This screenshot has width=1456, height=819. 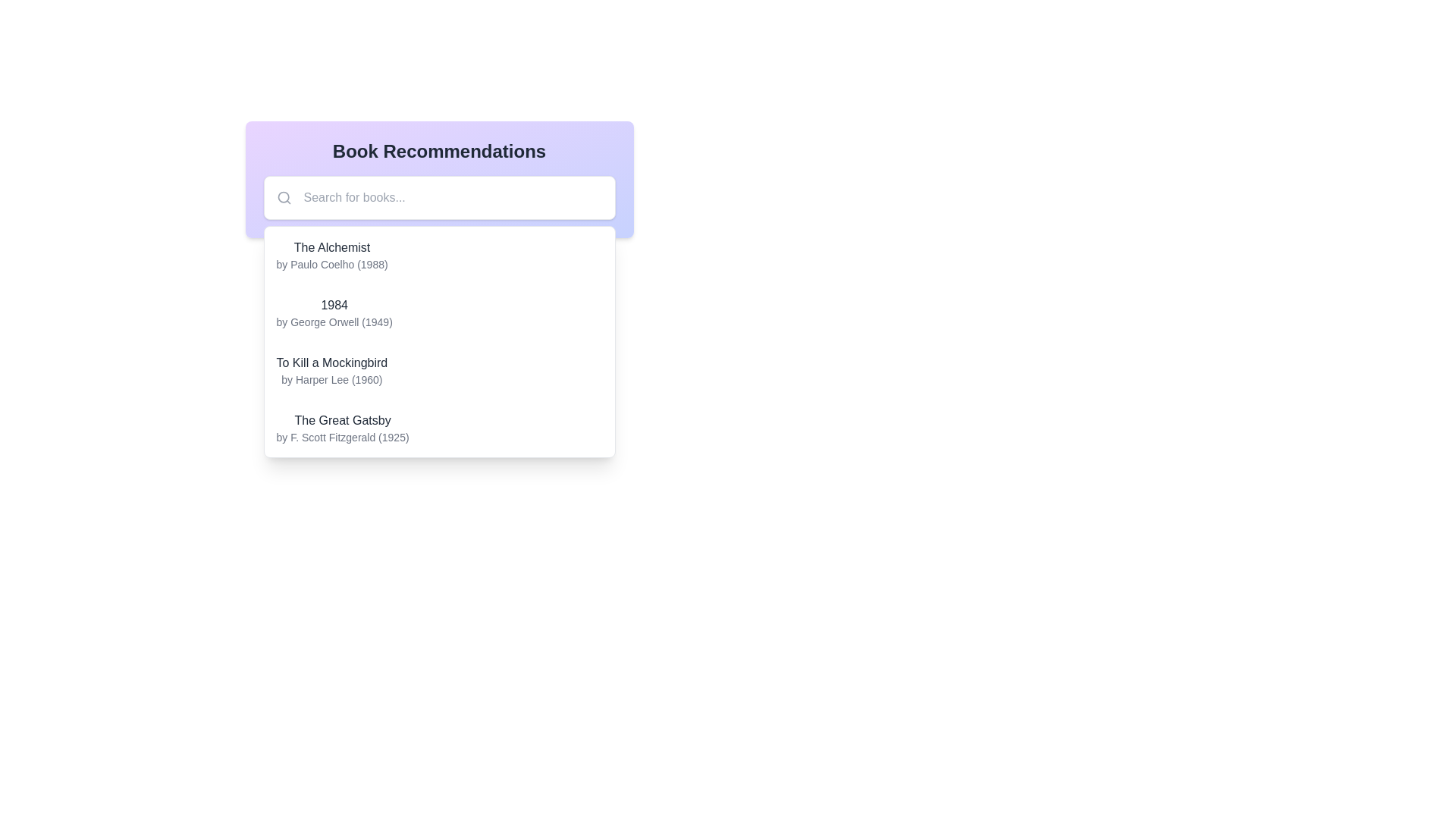 I want to click on the text label displaying the title '1984' in the book recommendations list for reading, so click(x=334, y=305).